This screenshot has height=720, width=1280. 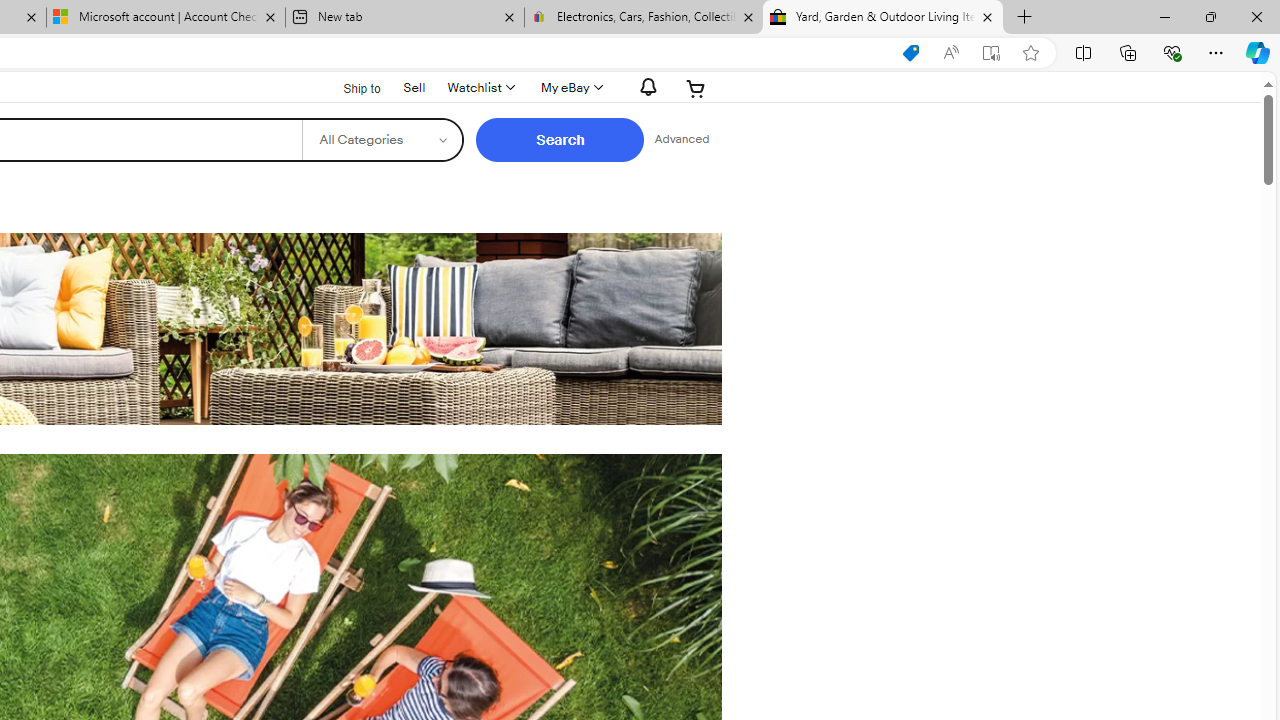 I want to click on 'My eBay', so click(x=569, y=87).